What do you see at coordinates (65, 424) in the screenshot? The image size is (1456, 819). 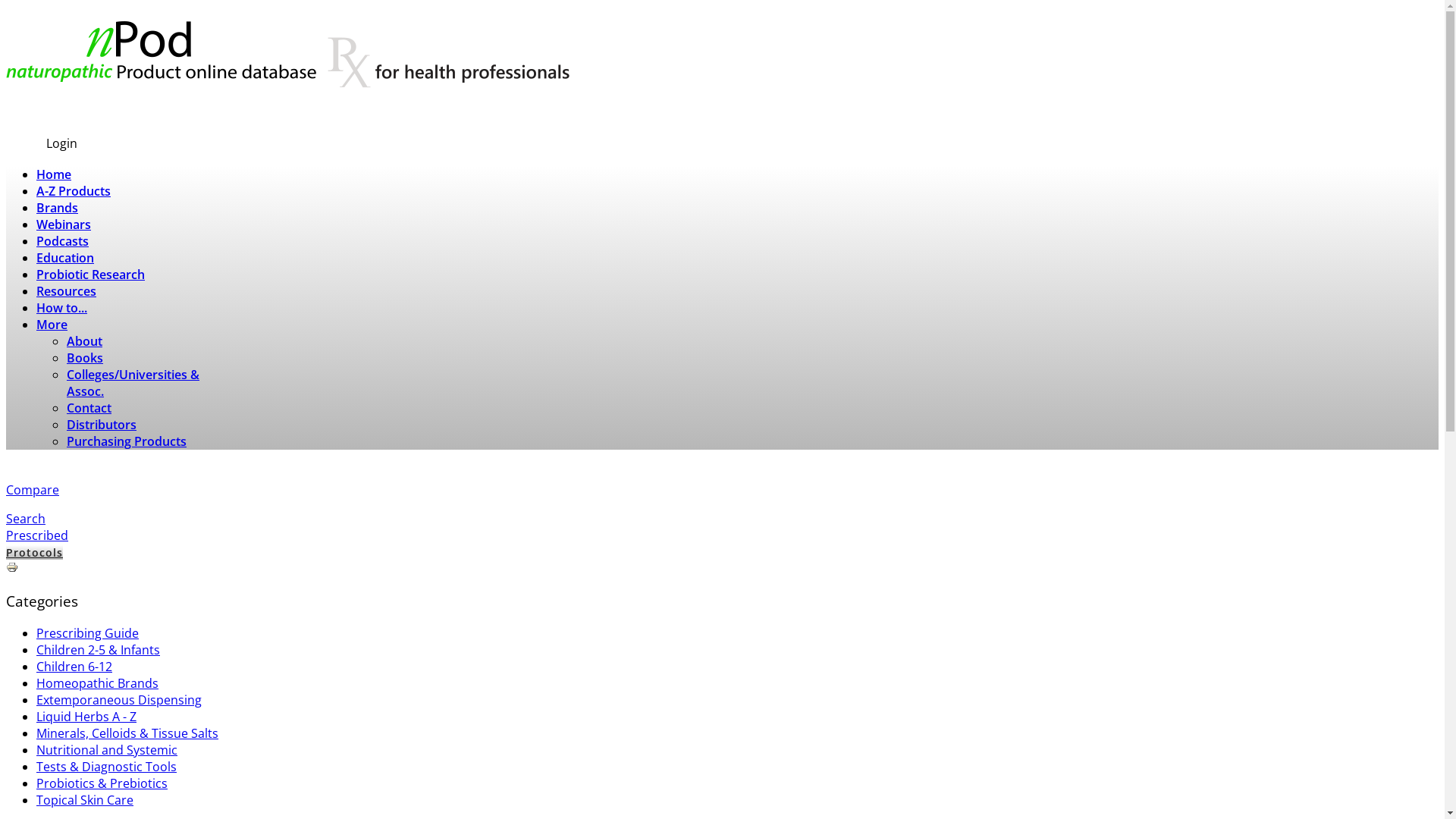 I see `'Distributors'` at bounding box center [65, 424].